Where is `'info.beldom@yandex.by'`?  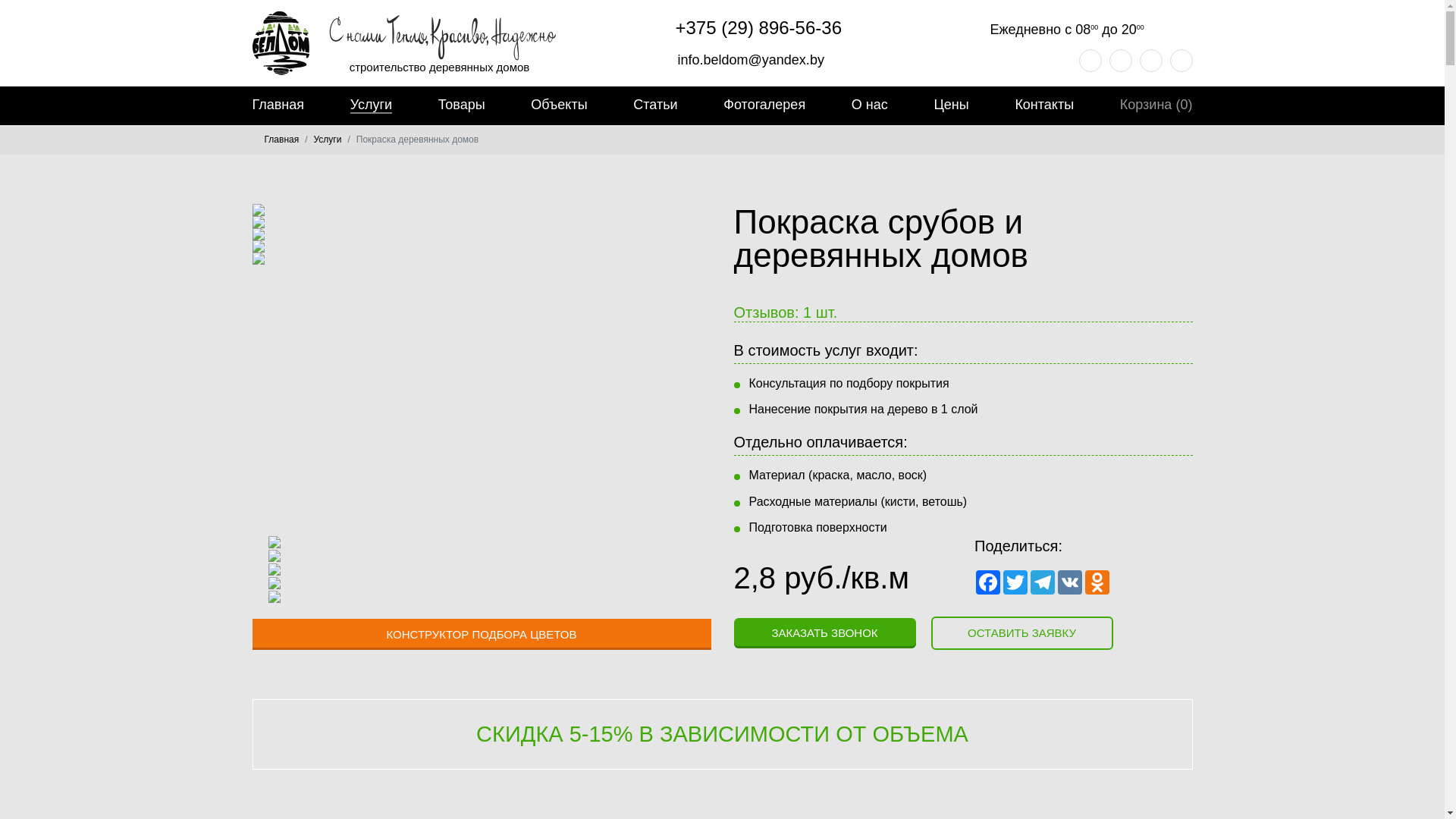
'info.beldom@yandex.by' is located at coordinates (737, 58).